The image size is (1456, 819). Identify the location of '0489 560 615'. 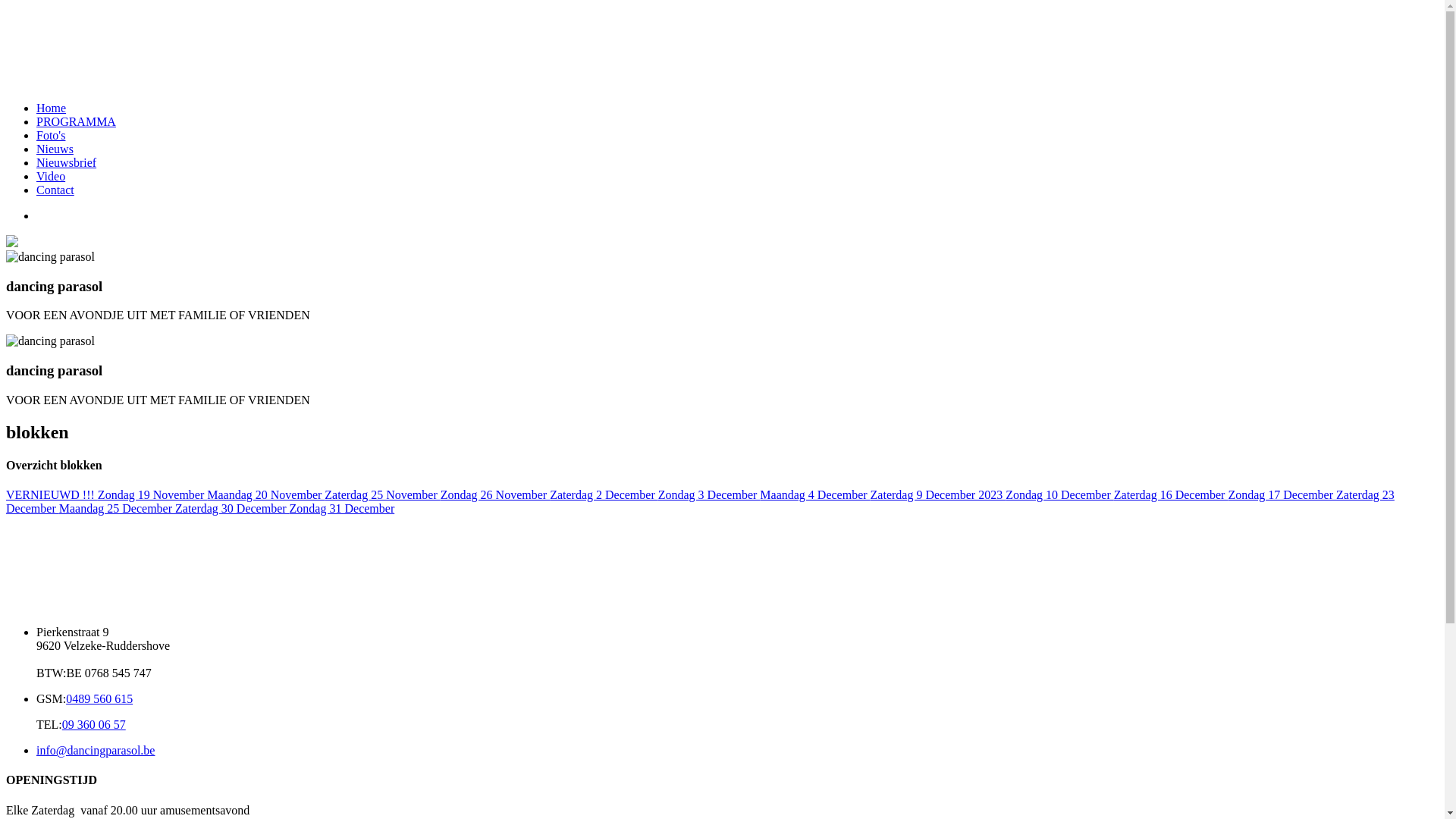
(98, 698).